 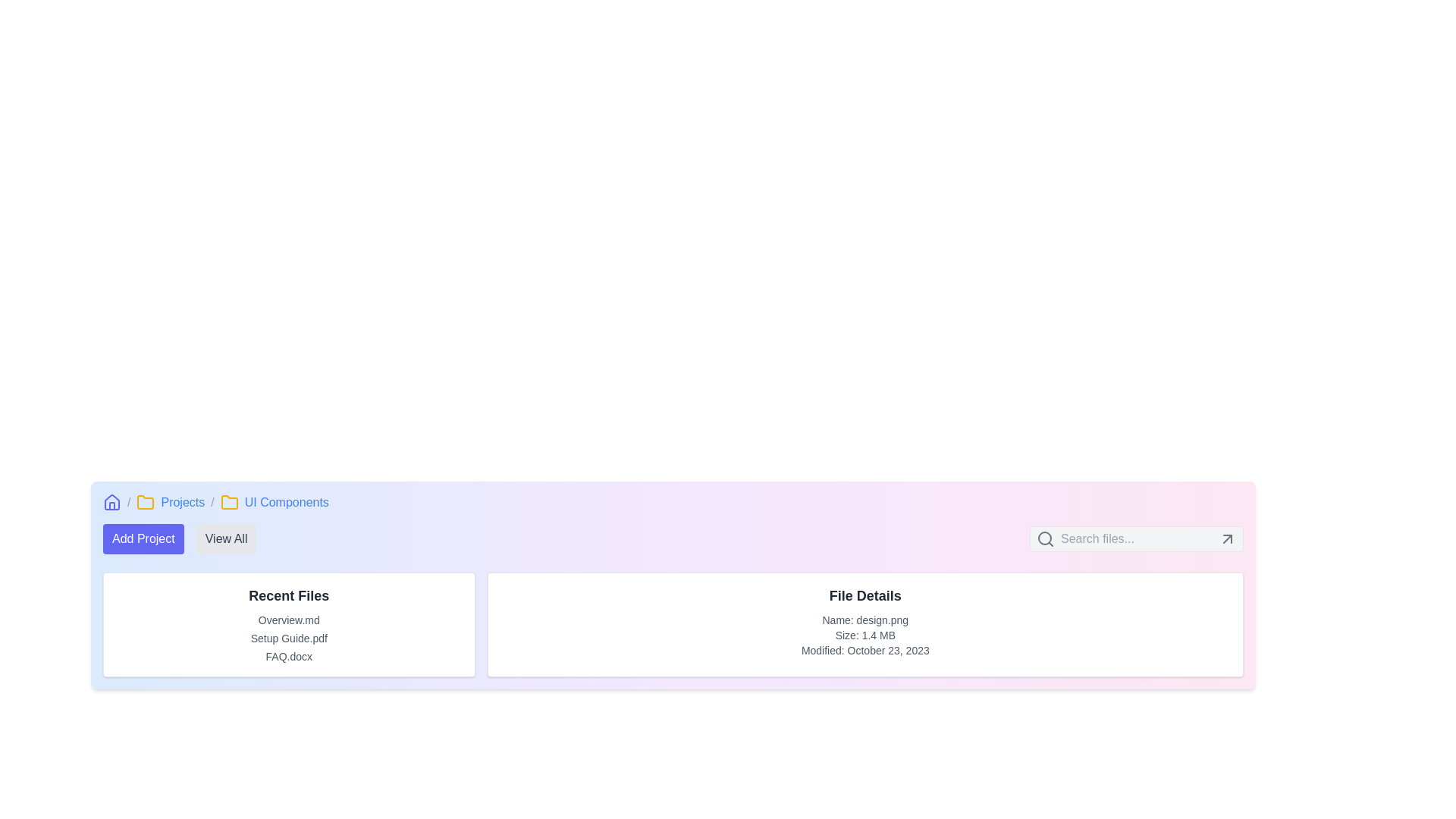 What do you see at coordinates (1227, 538) in the screenshot?
I see `the small gray arrow icon located at the far right of the search bar in the top-right corner of the interface` at bounding box center [1227, 538].